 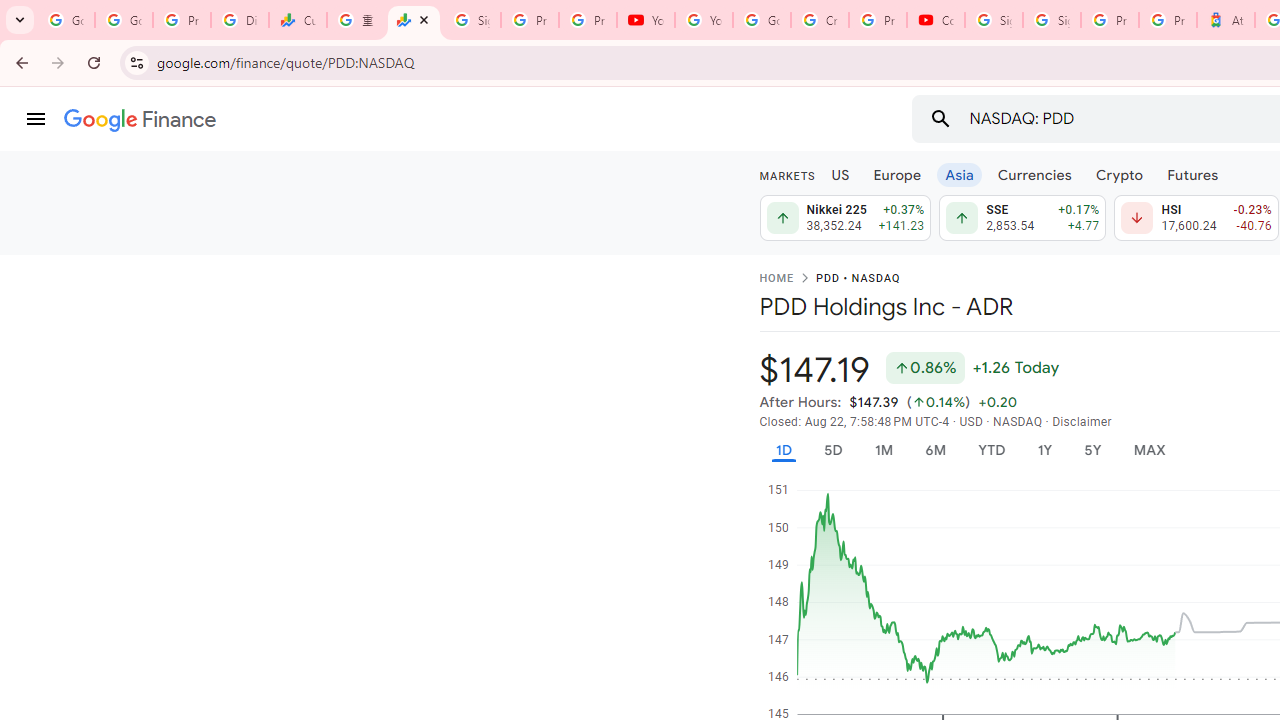 I want to click on '1D', so click(x=782, y=450).